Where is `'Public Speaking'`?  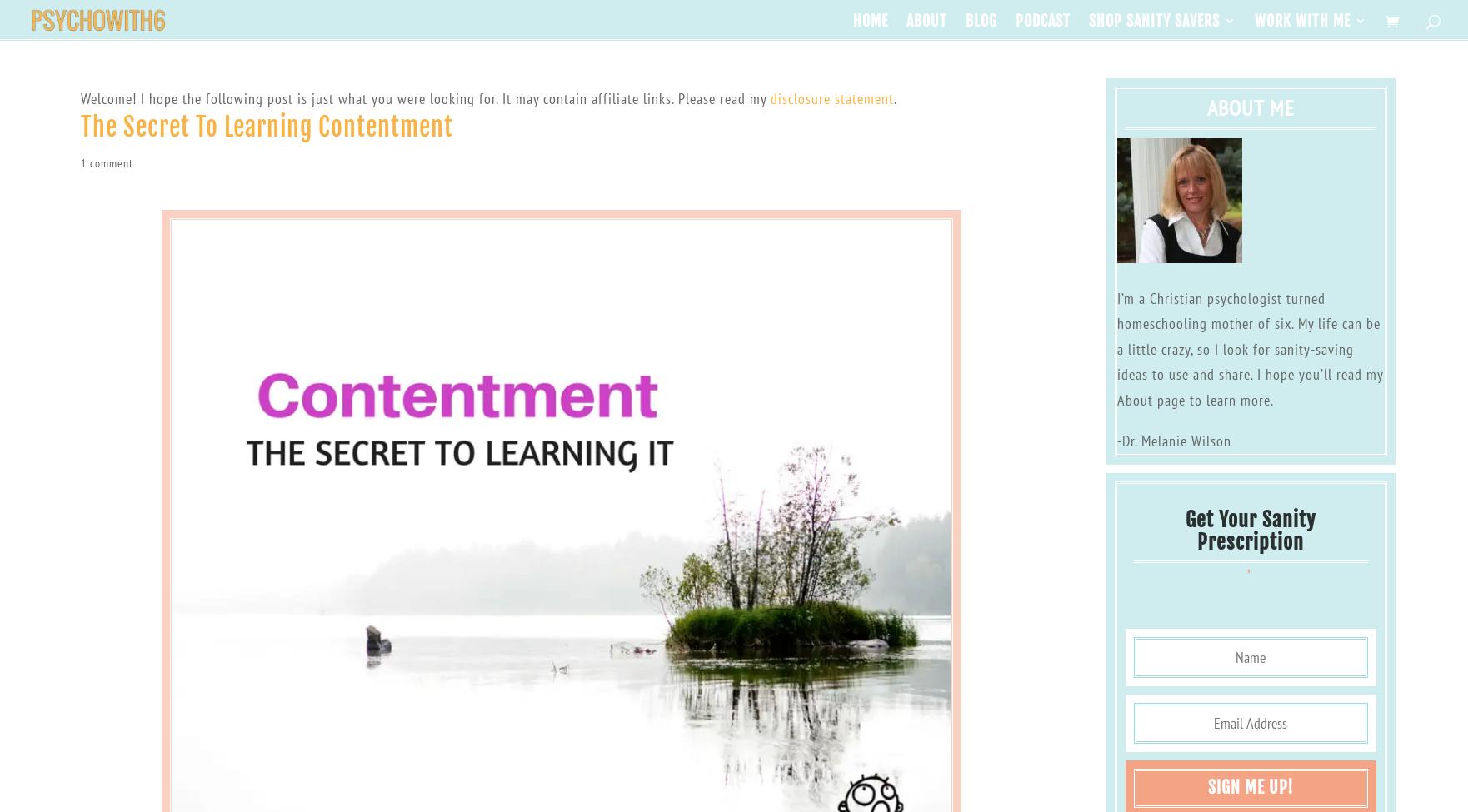 'Public Speaking' is located at coordinates (1356, 84).